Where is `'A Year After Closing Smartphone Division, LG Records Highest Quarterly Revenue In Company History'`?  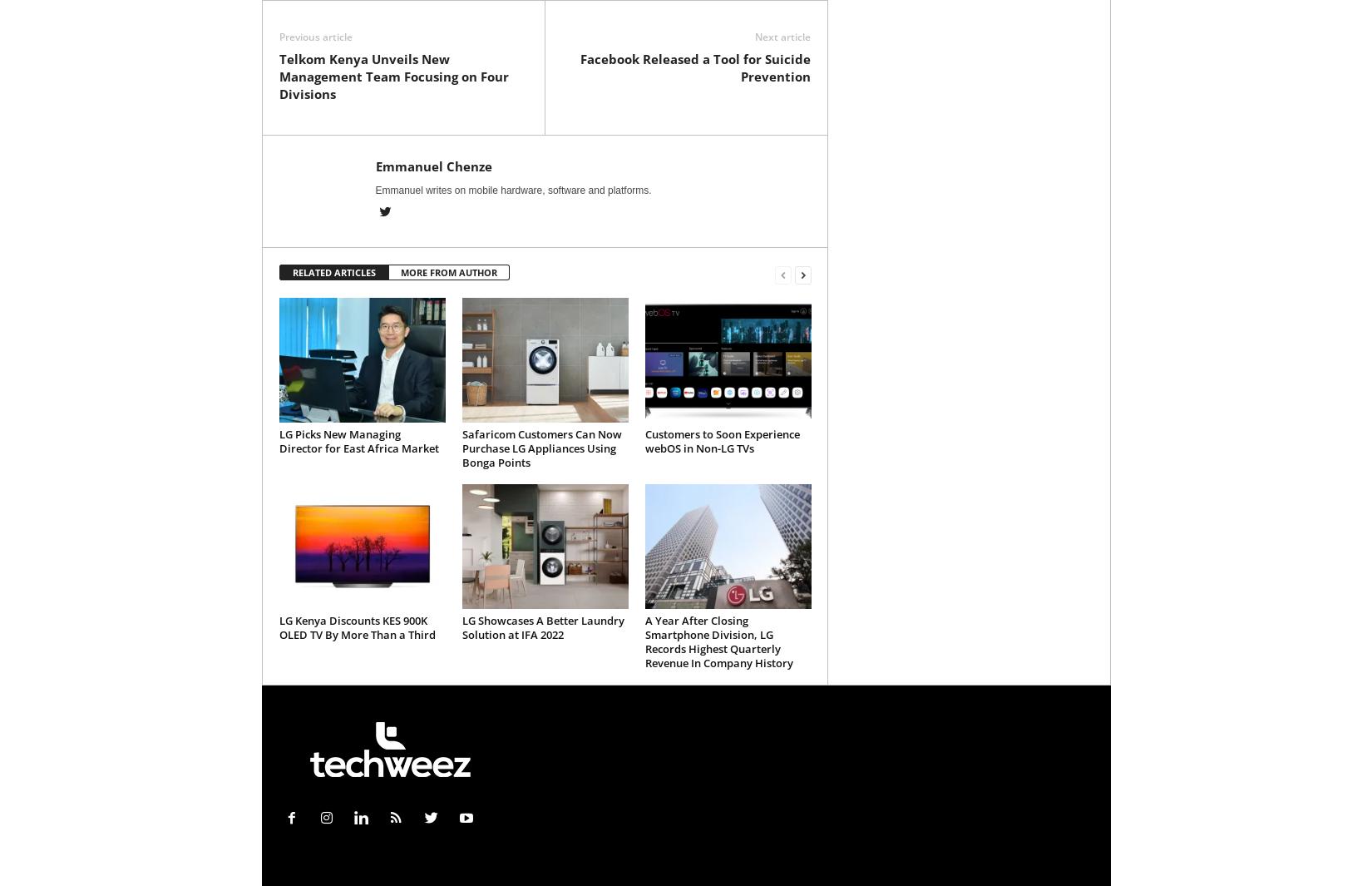 'A Year After Closing Smartphone Division, LG Records Highest Quarterly Revenue In Company History' is located at coordinates (718, 641).